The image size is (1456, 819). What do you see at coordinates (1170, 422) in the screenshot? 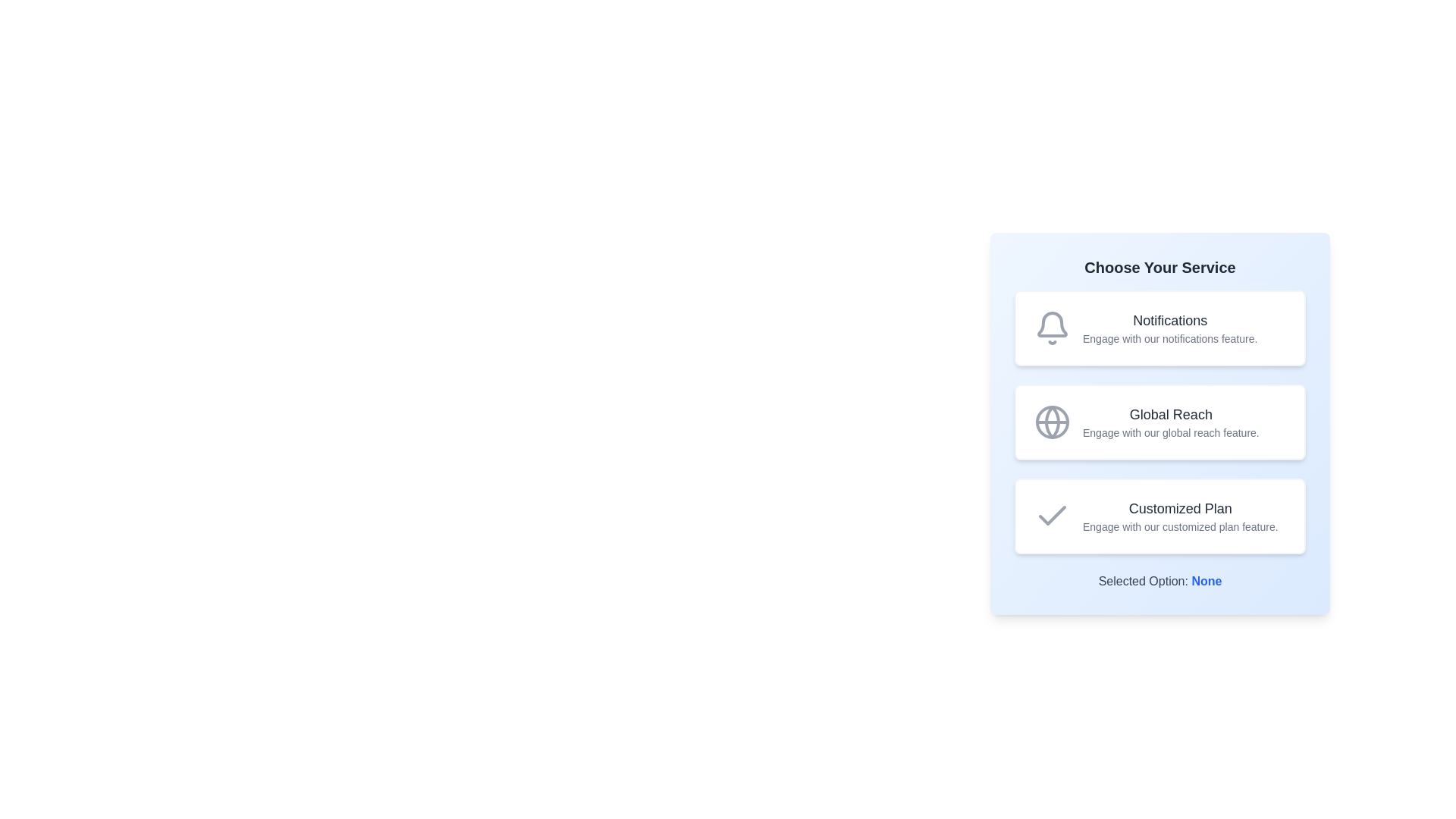
I see `descriptive text block about the 'Global Reach' feature located in the center of the second card in the vertical list of options, positioned between the 'Notifications' and 'Customized Plan' cards` at bounding box center [1170, 422].